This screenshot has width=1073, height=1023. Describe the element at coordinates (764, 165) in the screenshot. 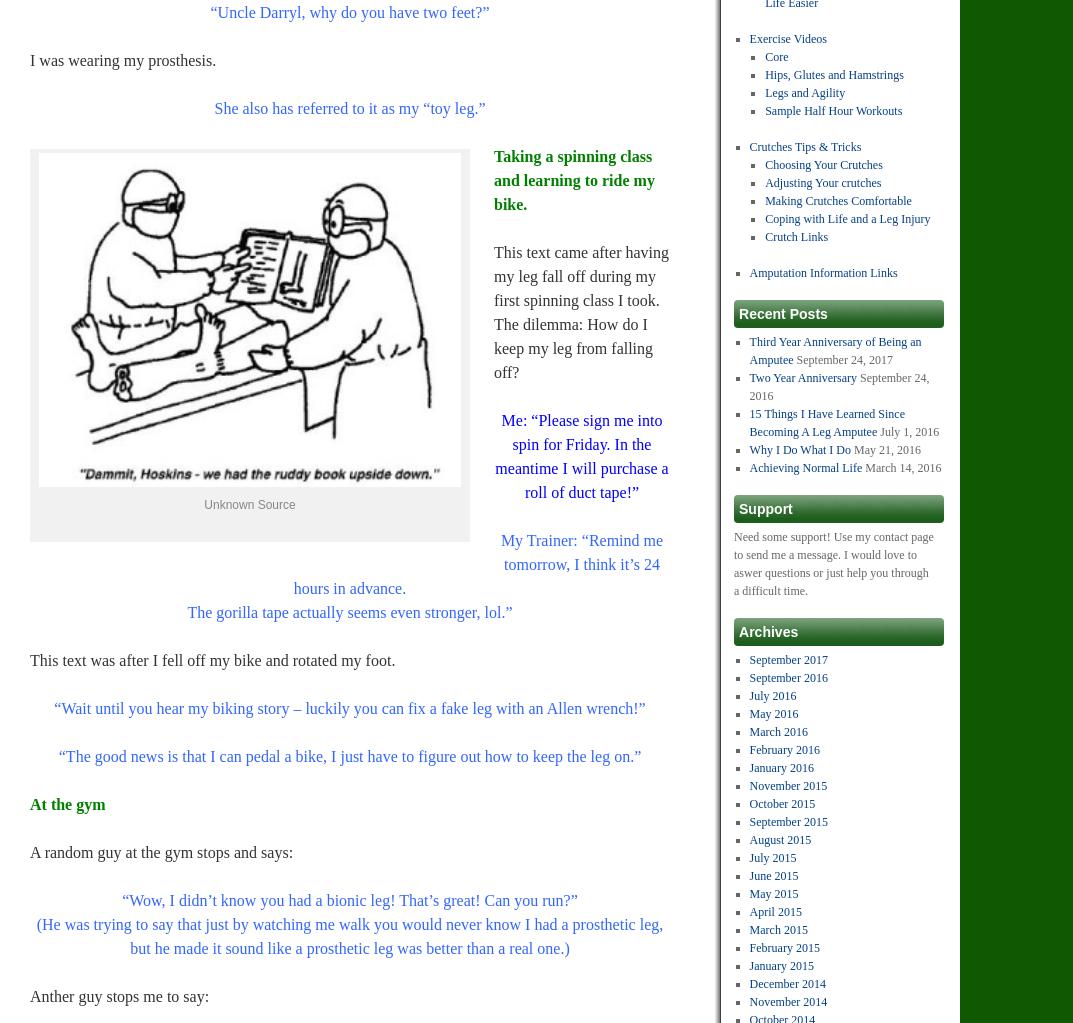

I see `'Choosing Your Crutches'` at that location.